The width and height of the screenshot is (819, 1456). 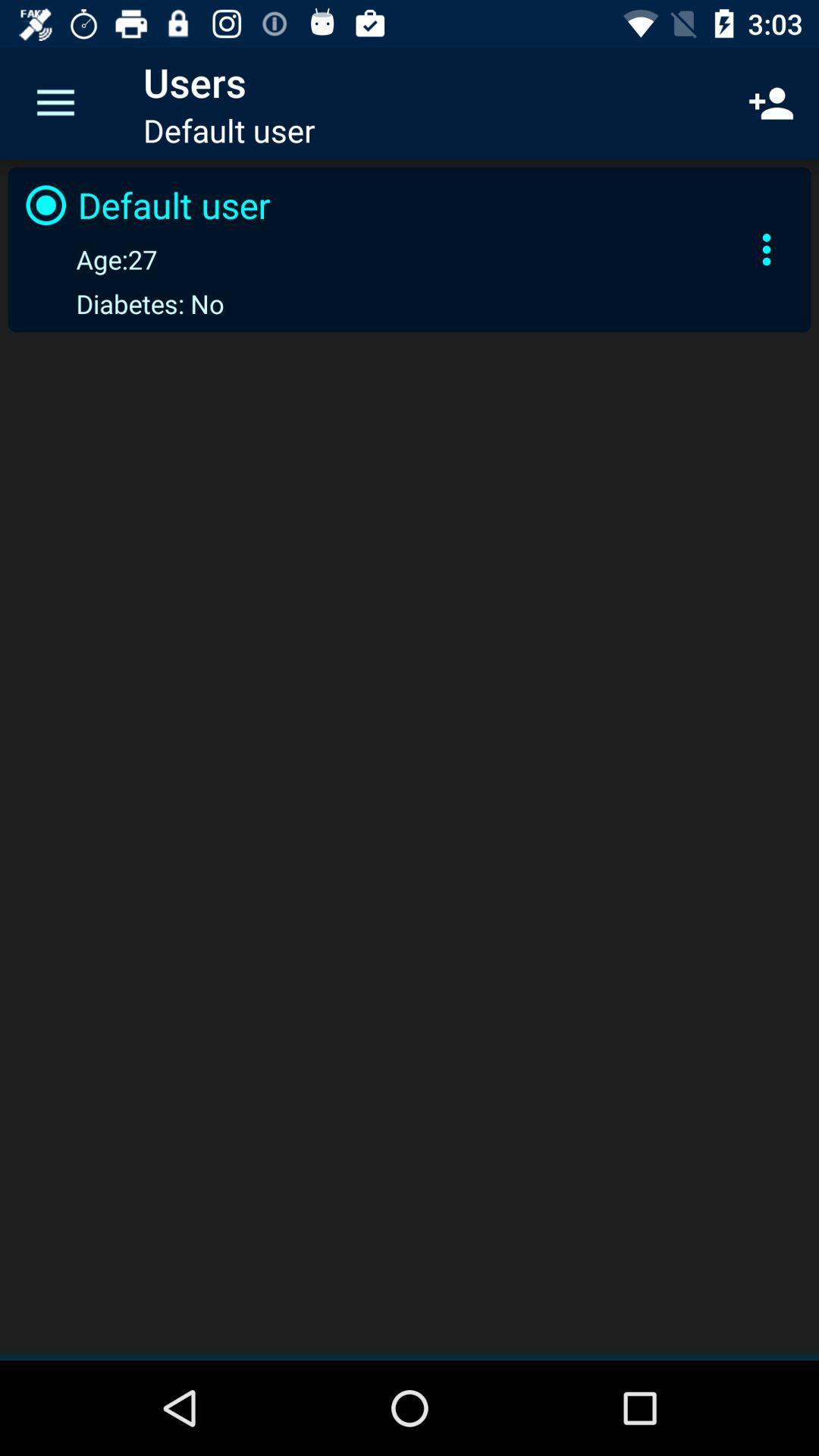 I want to click on the item above default user, so click(x=771, y=102).